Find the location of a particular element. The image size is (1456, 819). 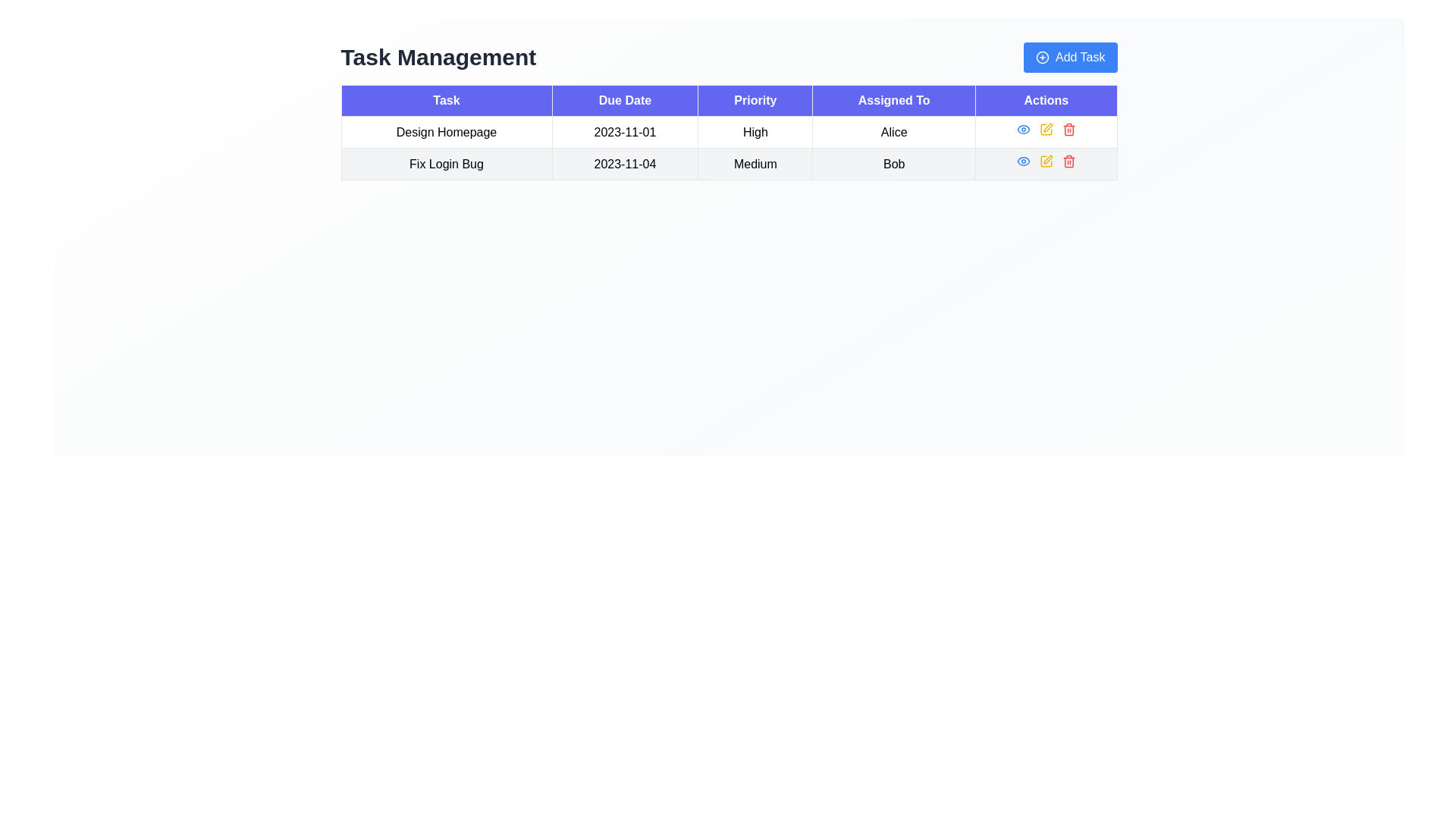

the yellow pencil icon representing the edit action, located in the Actions column of the second row of the table is located at coordinates (1045, 128).